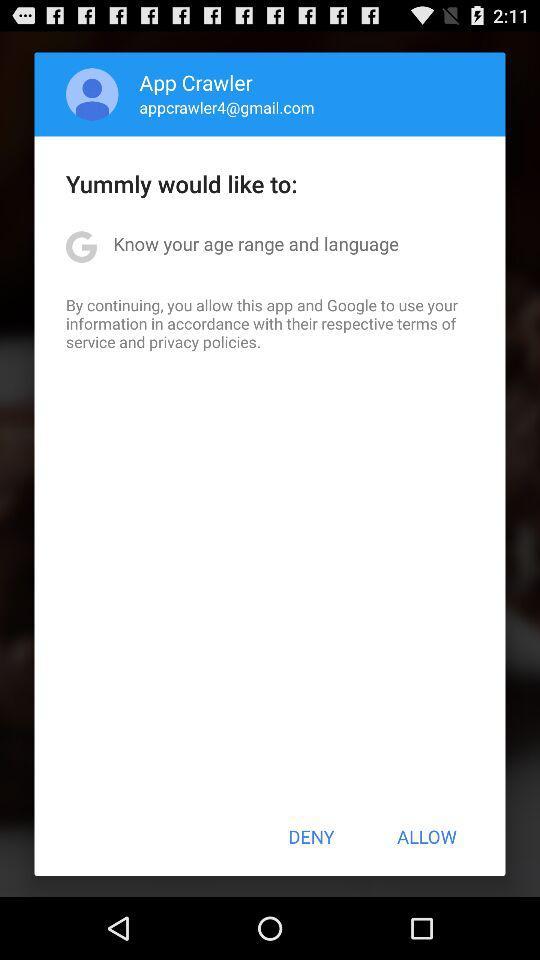 The image size is (540, 960). I want to click on appcrawler4@gmail.com app, so click(226, 107).